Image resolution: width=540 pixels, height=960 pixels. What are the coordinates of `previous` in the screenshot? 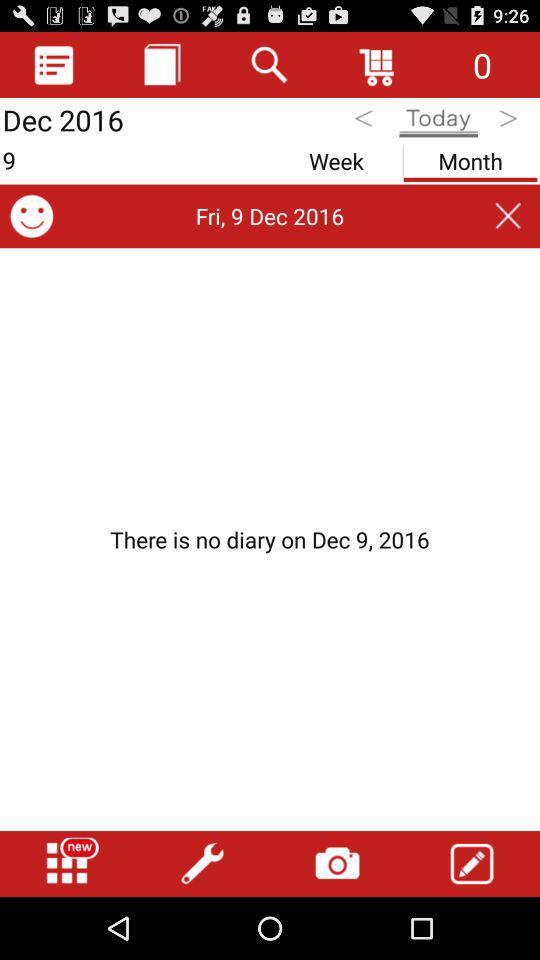 It's located at (365, 121).